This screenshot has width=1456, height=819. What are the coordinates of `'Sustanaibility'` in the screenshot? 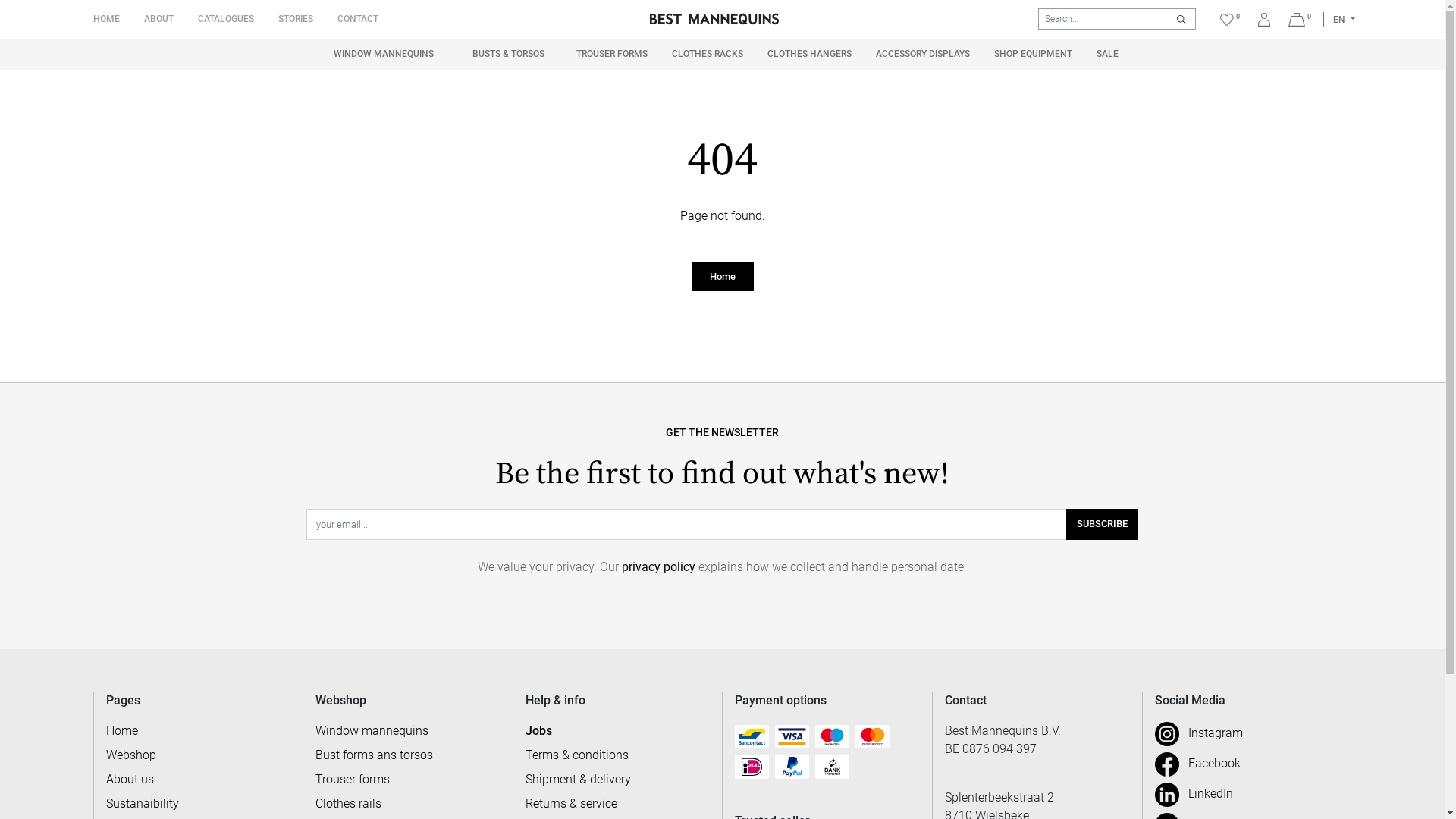 It's located at (142, 802).